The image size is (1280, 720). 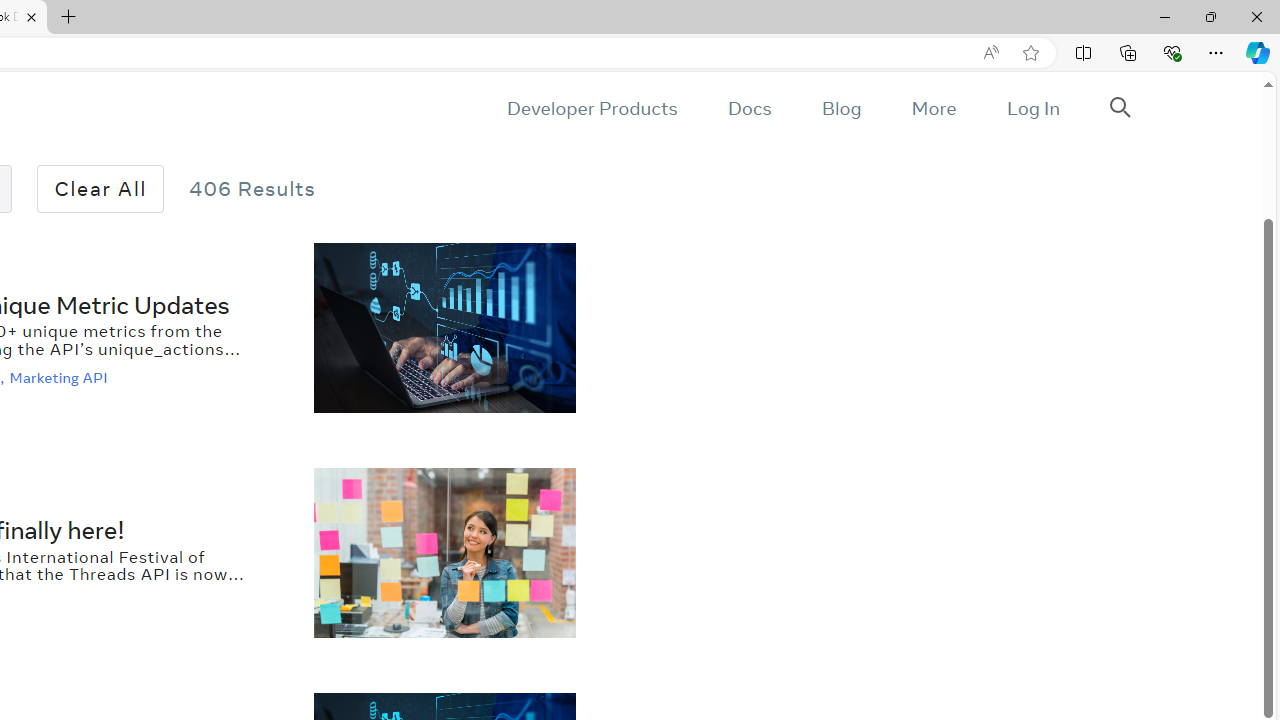 I want to click on 'Log In', so click(x=1032, y=108).